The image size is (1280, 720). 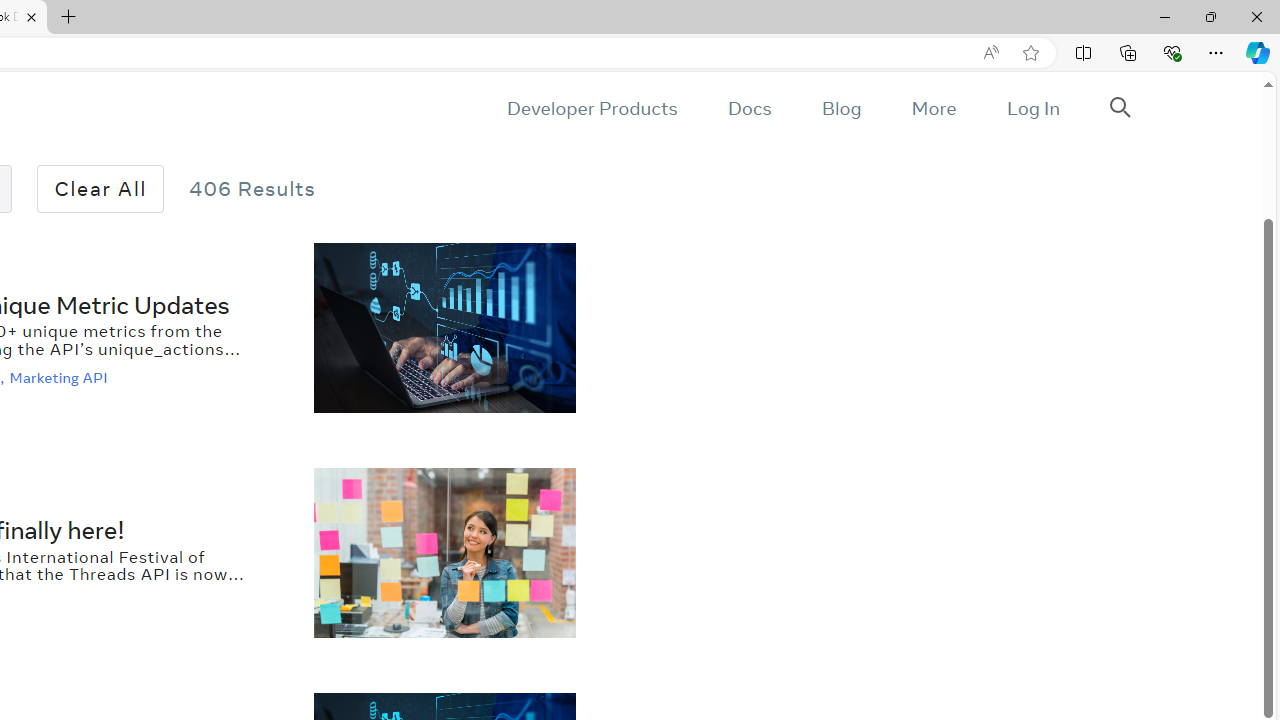 I want to click on 'Log In', so click(x=1032, y=108).